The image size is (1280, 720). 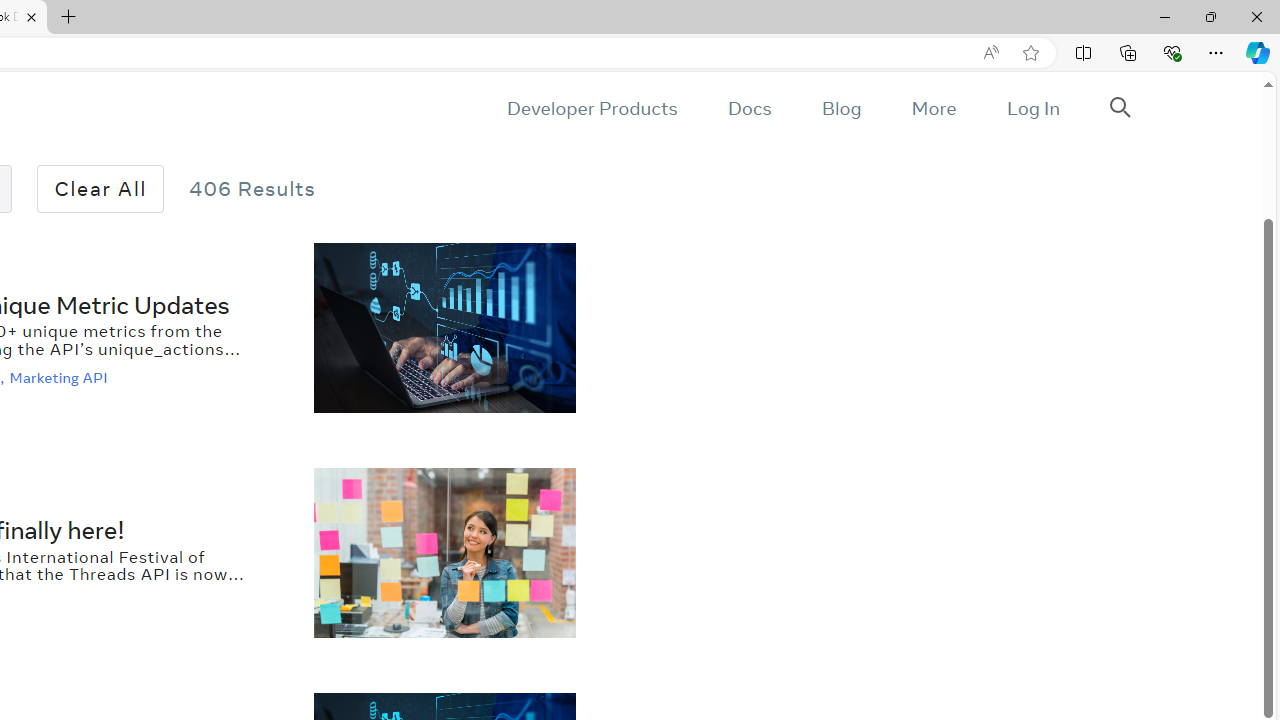 I want to click on 'Log In', so click(x=1032, y=108).